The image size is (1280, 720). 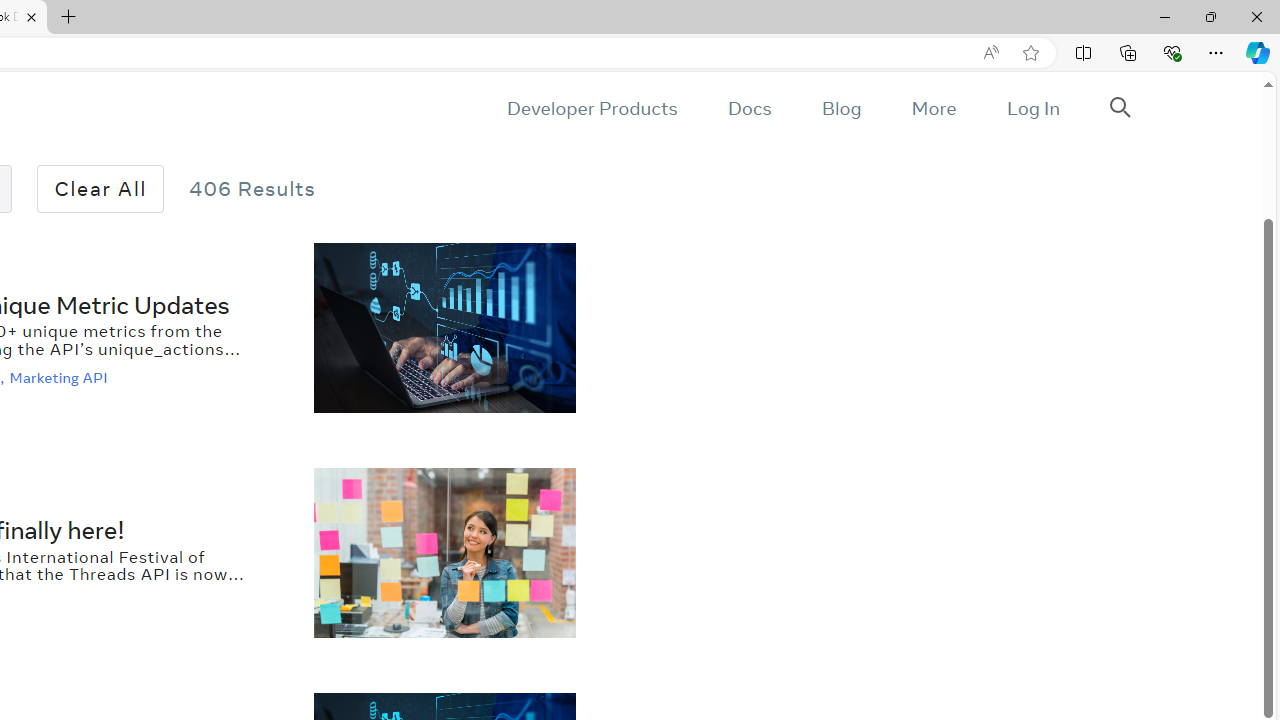 I want to click on 'Log In', so click(x=1032, y=108).